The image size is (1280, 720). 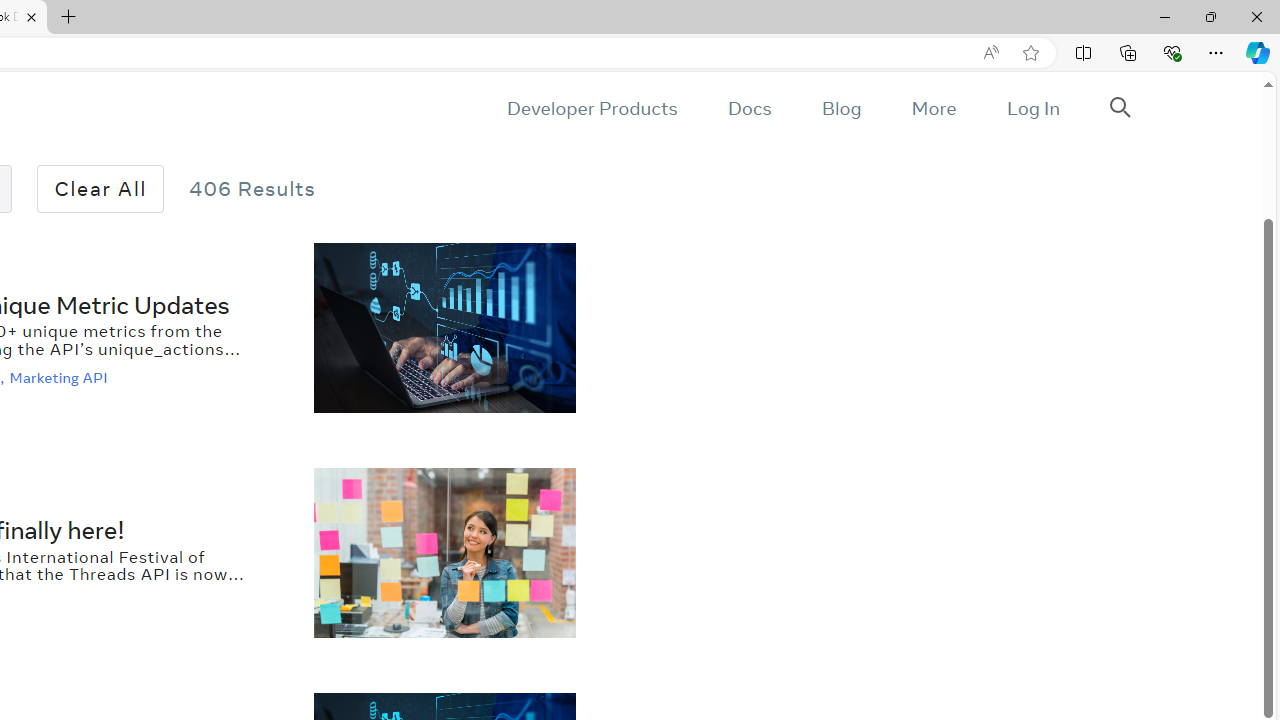 I want to click on 'Log In', so click(x=1032, y=108).